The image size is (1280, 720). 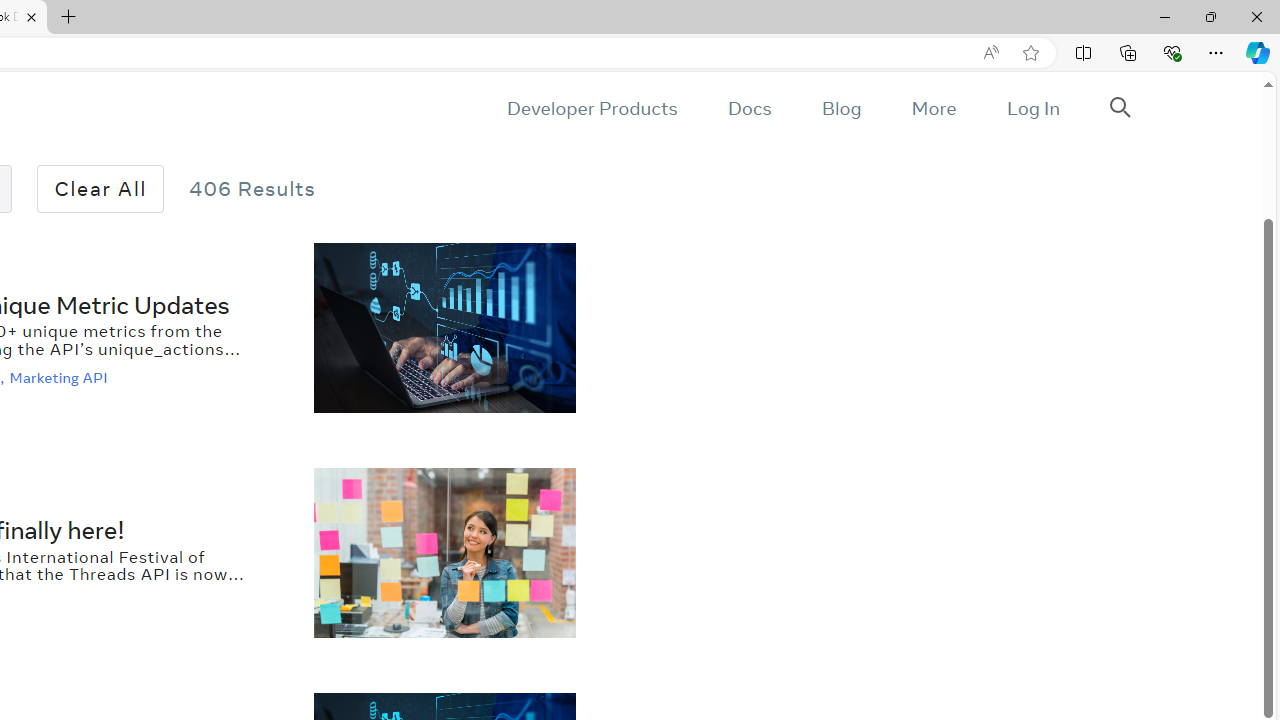 I want to click on 'Log In', so click(x=1032, y=108).